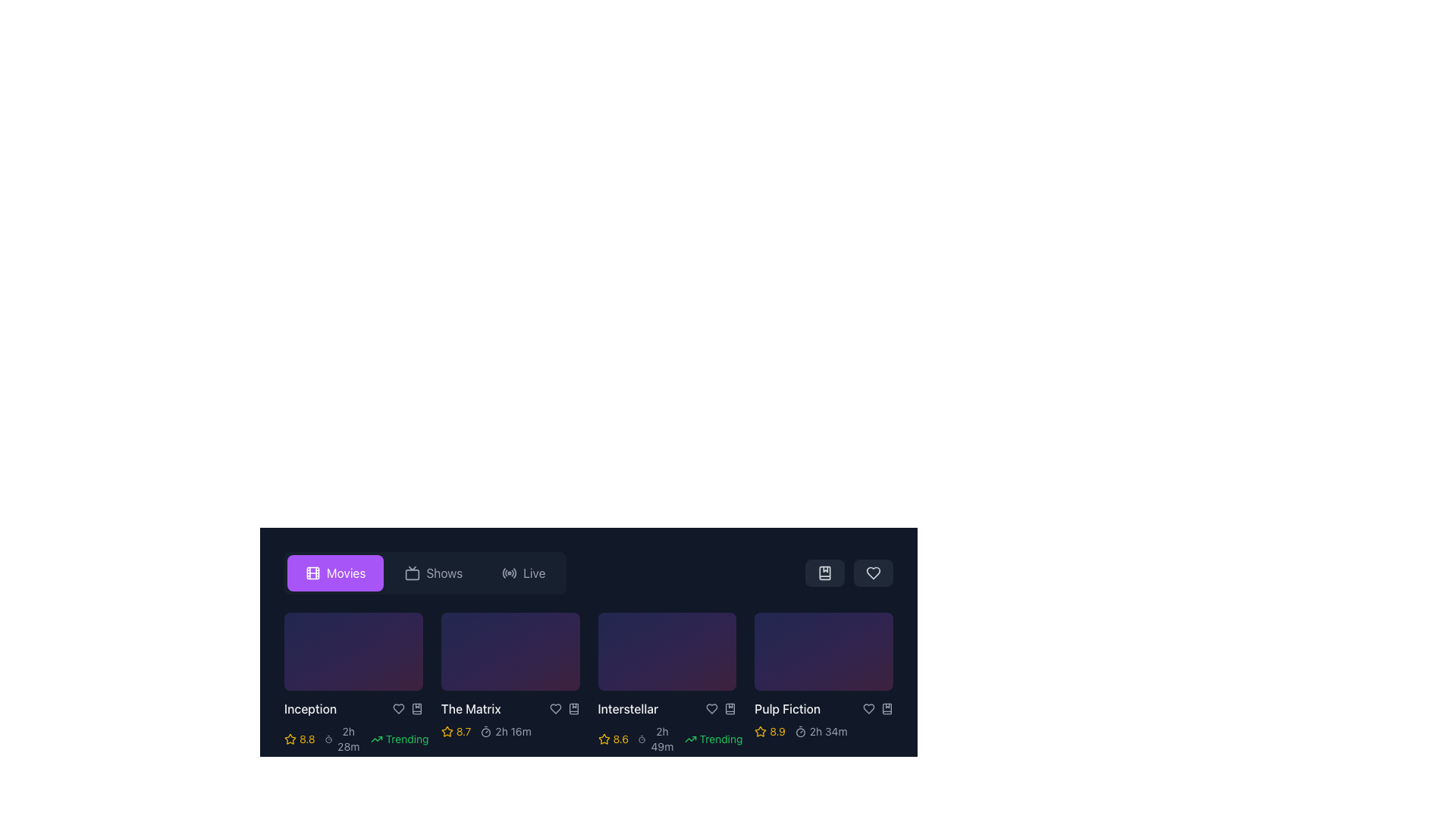  What do you see at coordinates (309, 708) in the screenshot?
I see `the text display element that shows the title 'Inception', located at the bottom of the content block` at bounding box center [309, 708].